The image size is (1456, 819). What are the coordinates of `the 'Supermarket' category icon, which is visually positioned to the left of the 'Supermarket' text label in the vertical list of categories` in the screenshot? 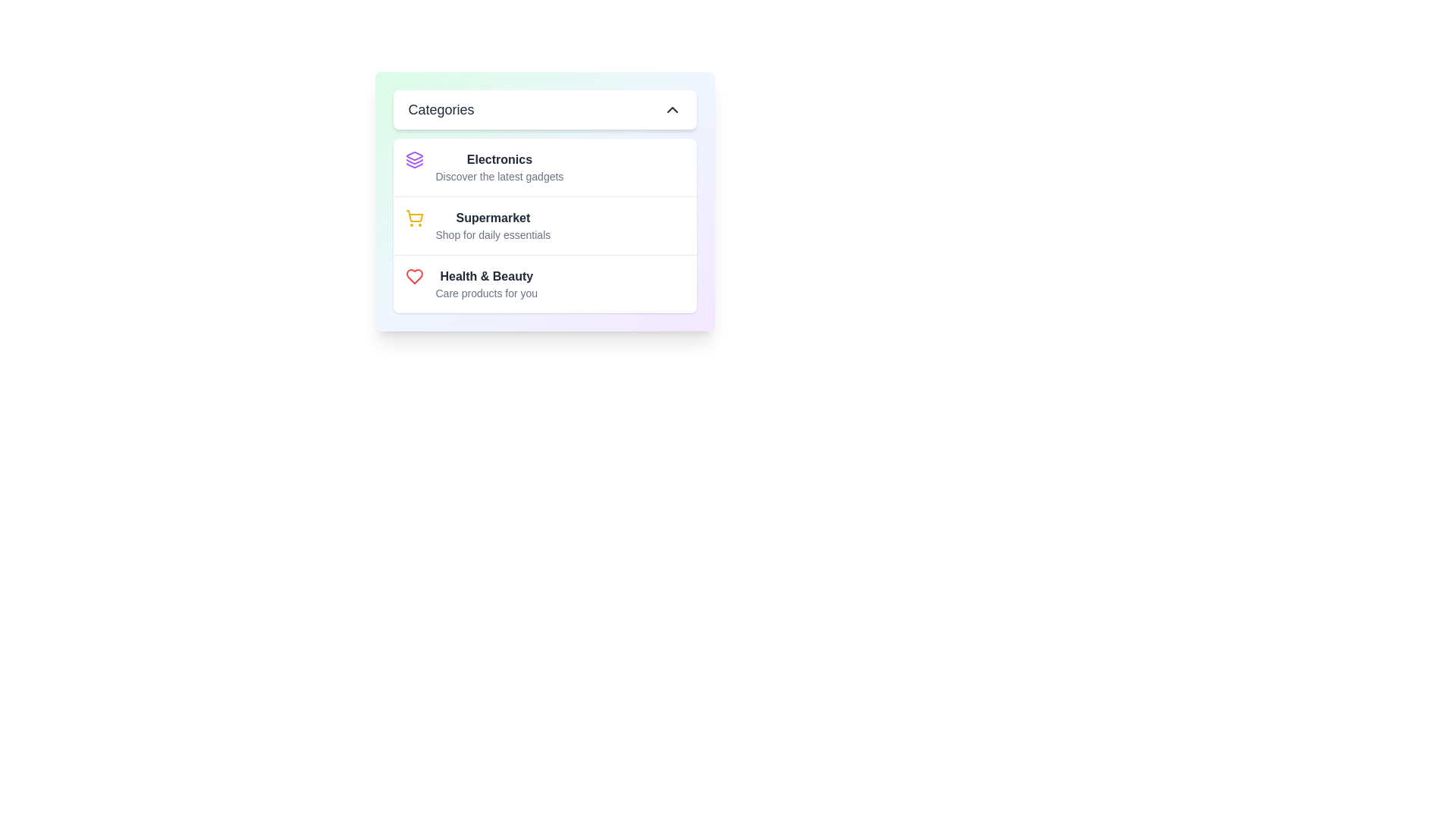 It's located at (414, 218).